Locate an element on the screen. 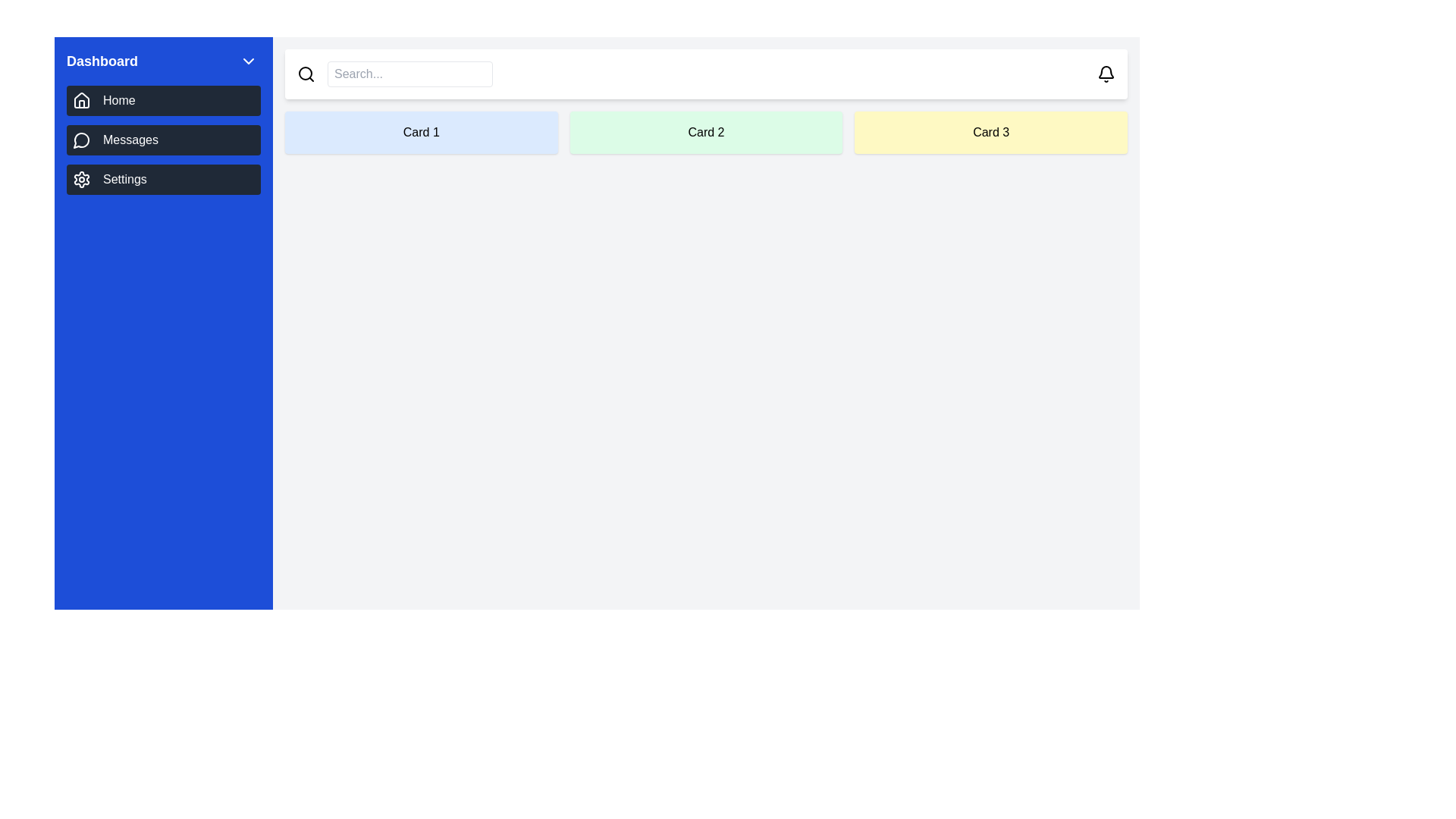 The image size is (1456, 819). the cogwheel icon in the left-hand sidebar, which represents the 'Settings' menu item is located at coordinates (81, 178).